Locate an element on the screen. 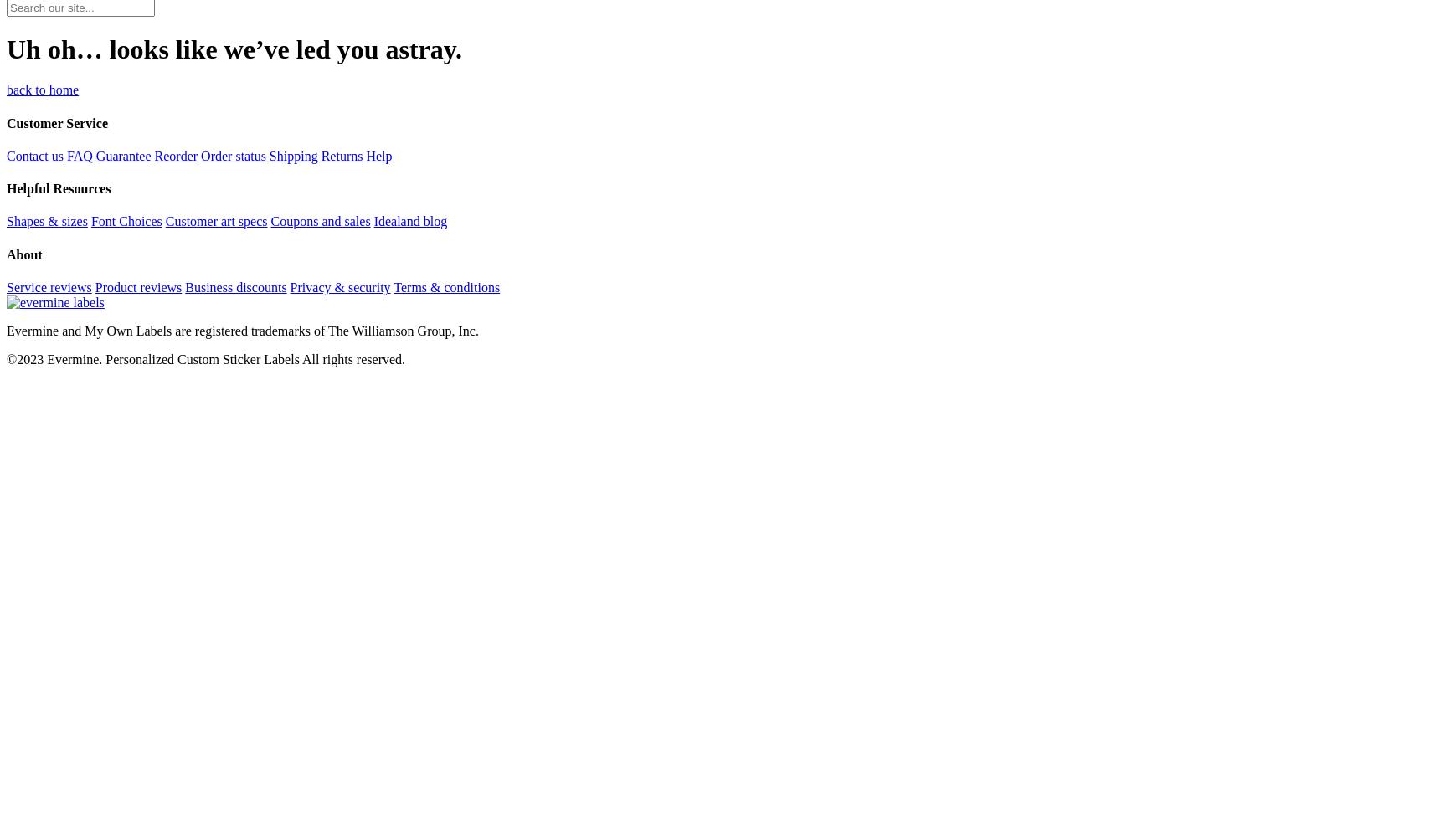 The height and width of the screenshot is (837, 1456). 'Uh oh… looks like we’ve led you astray.' is located at coordinates (5, 49).